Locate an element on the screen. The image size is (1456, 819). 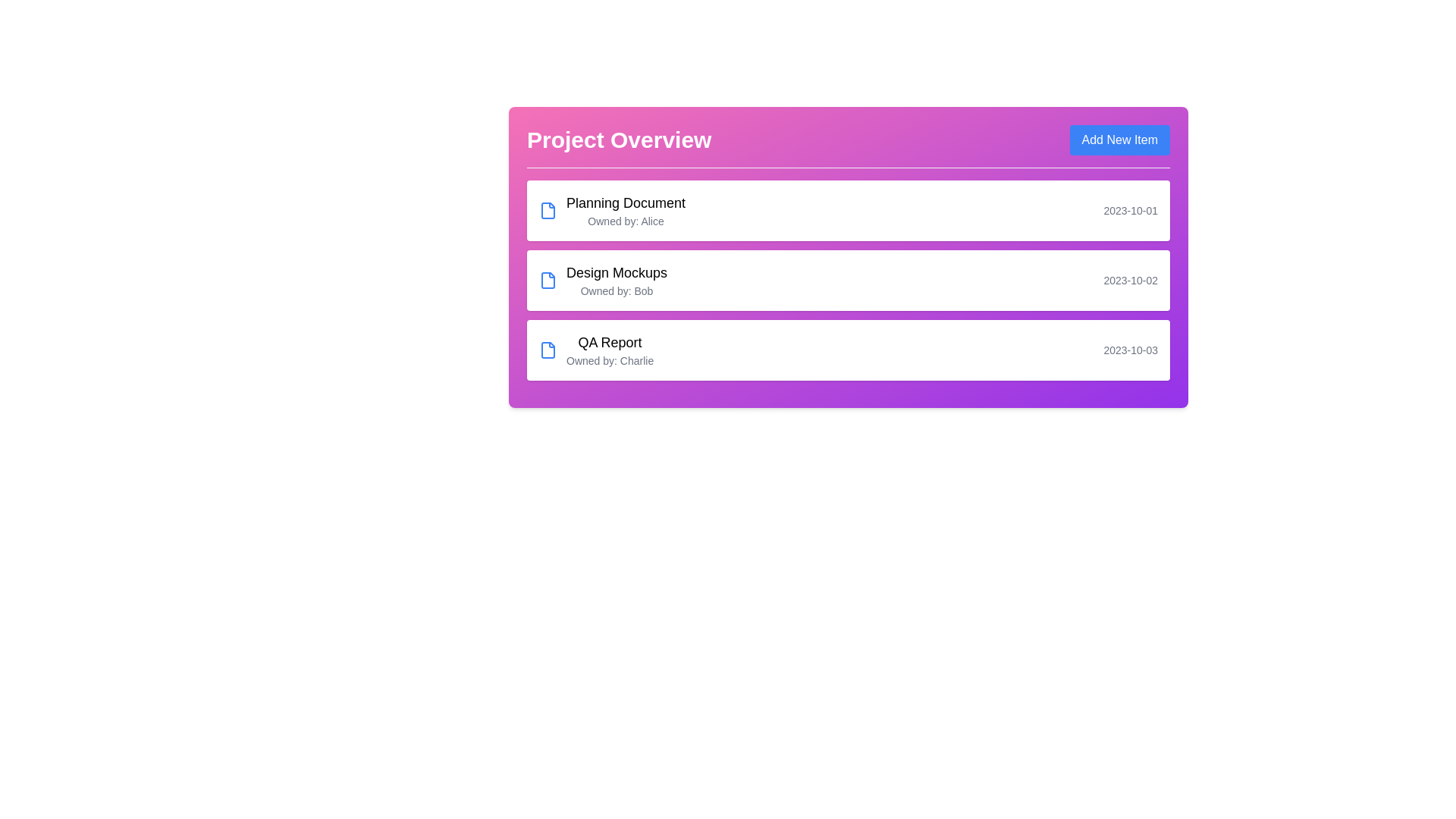
the document icon representing the 'Design Mockups' list item, located to the left of the text 'Design Mockups Owned by: Bob' is located at coordinates (548, 281).